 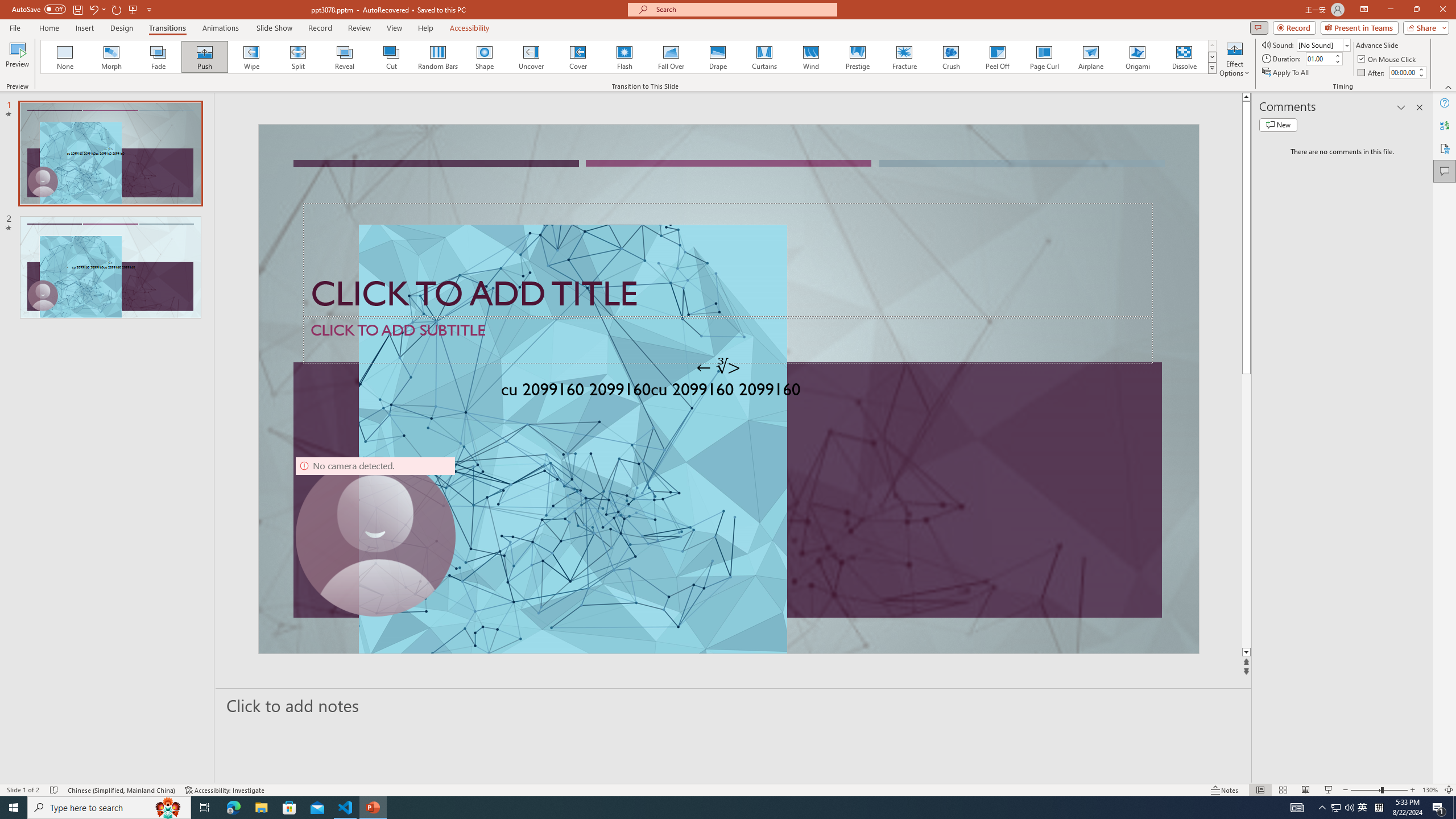 I want to click on 'Morph', so click(x=111, y=56).